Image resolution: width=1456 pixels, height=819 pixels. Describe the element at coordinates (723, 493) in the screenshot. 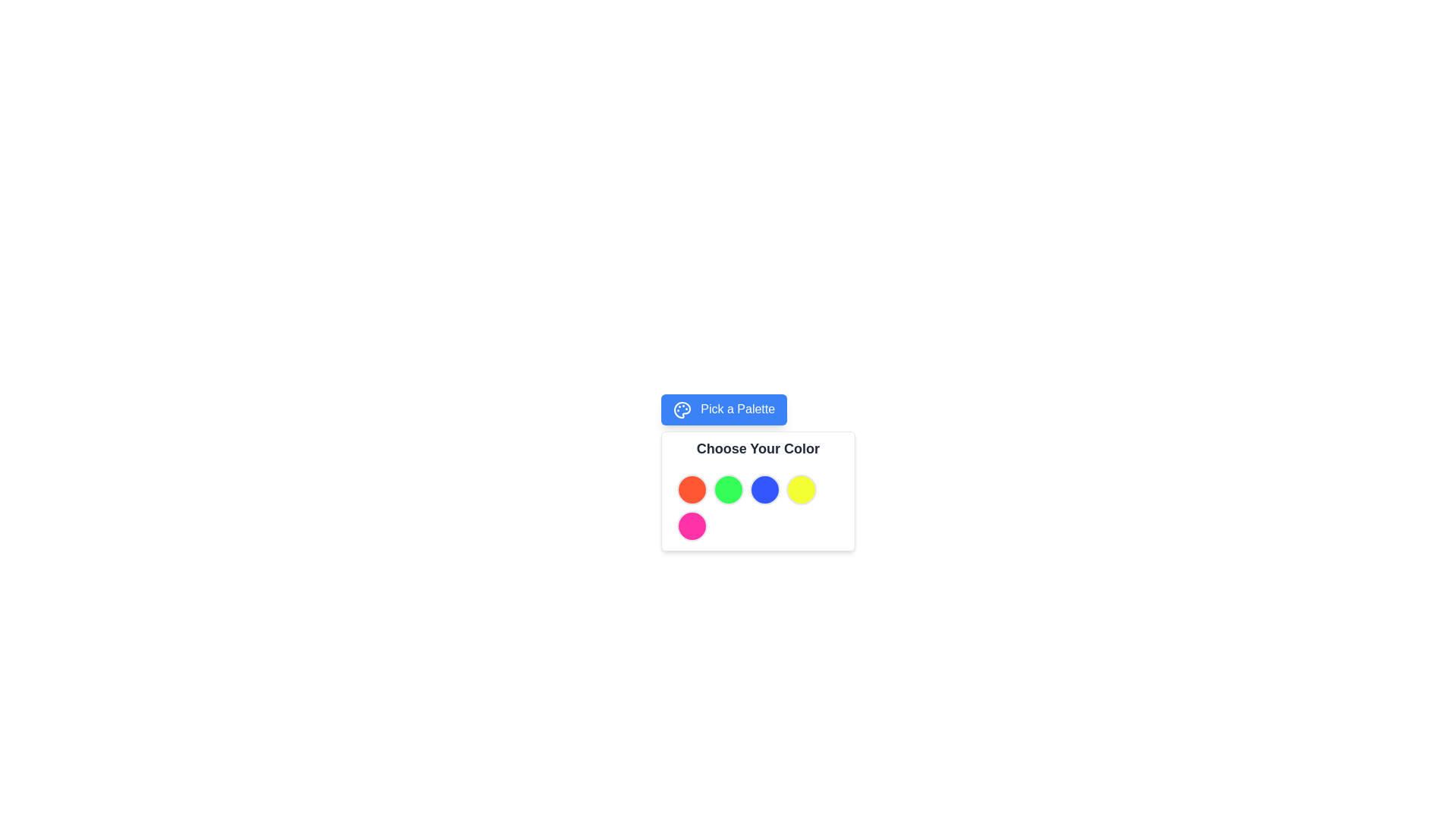

I see `the color button in the color selector component` at that location.